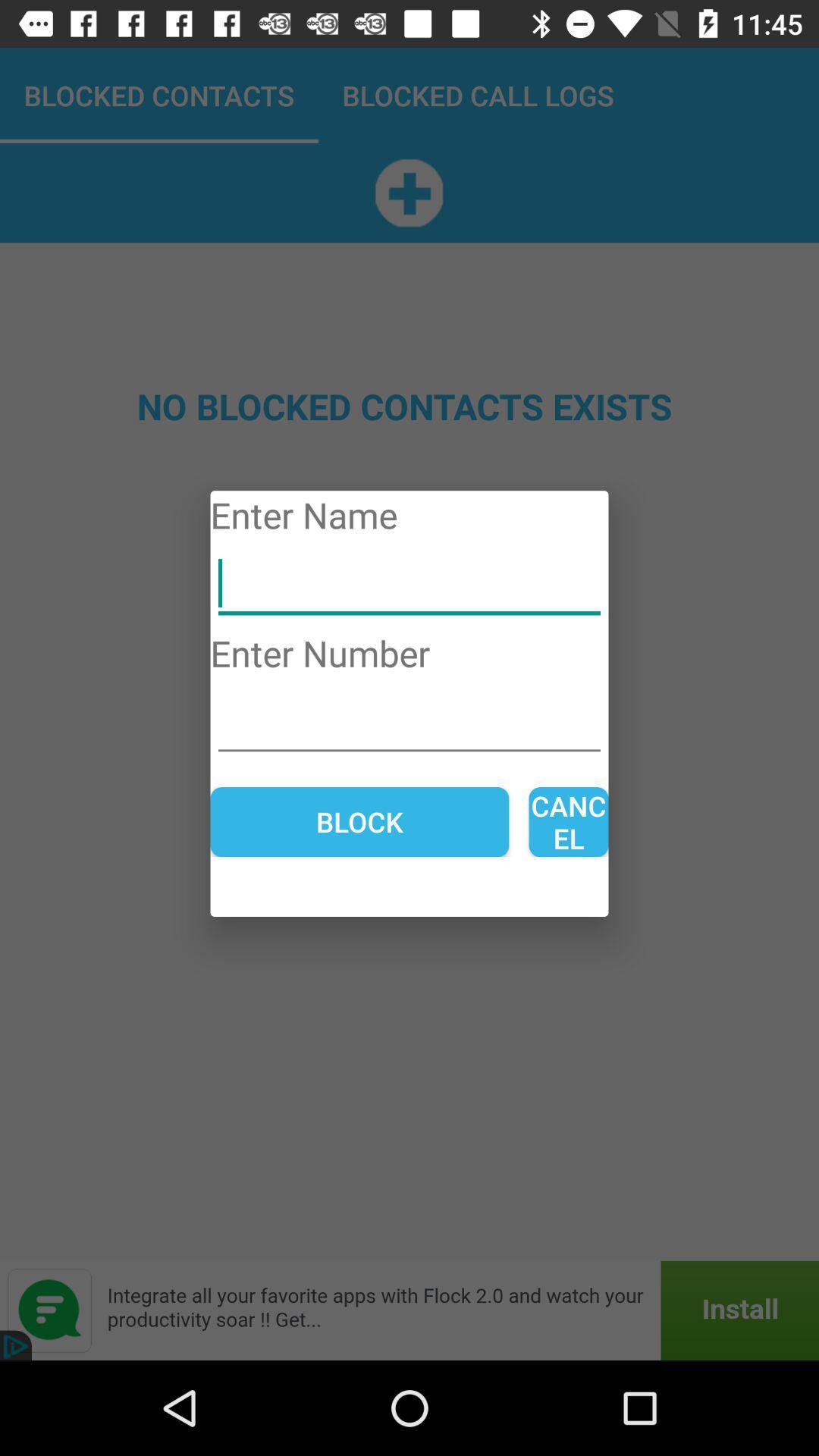  I want to click on button on the right, so click(568, 821).